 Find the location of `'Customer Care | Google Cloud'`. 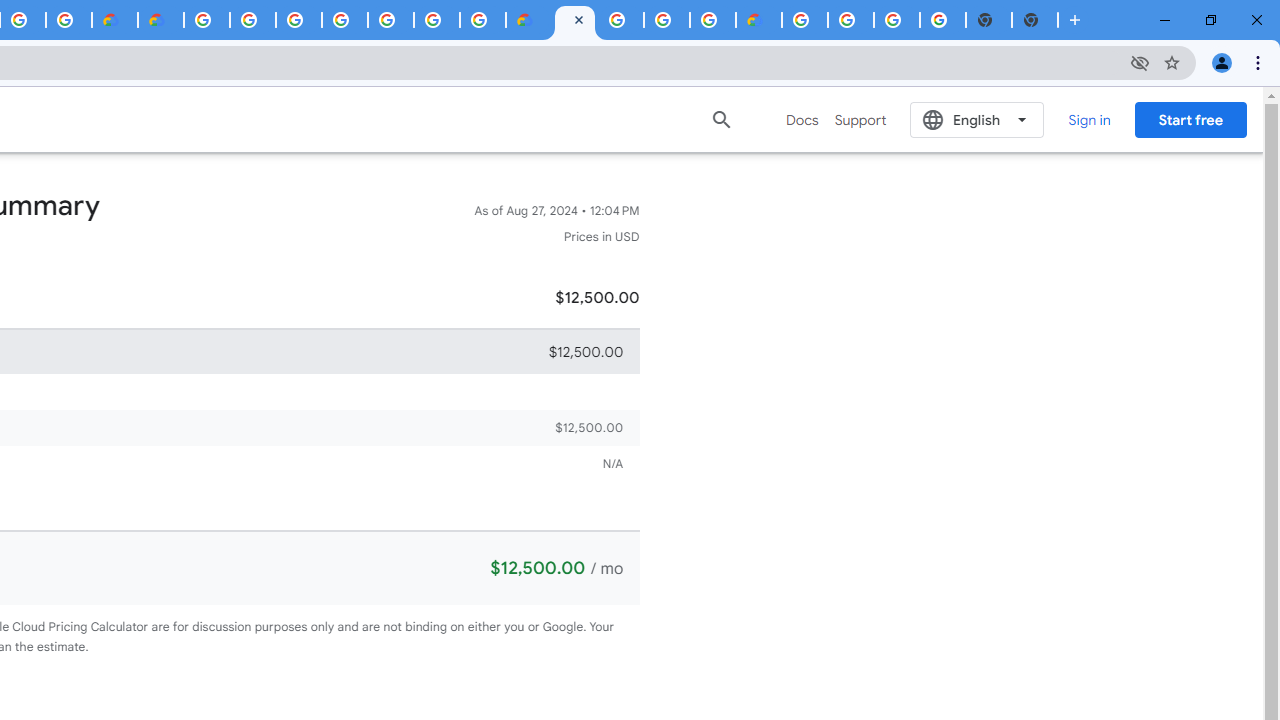

'Customer Care | Google Cloud' is located at coordinates (528, 20).